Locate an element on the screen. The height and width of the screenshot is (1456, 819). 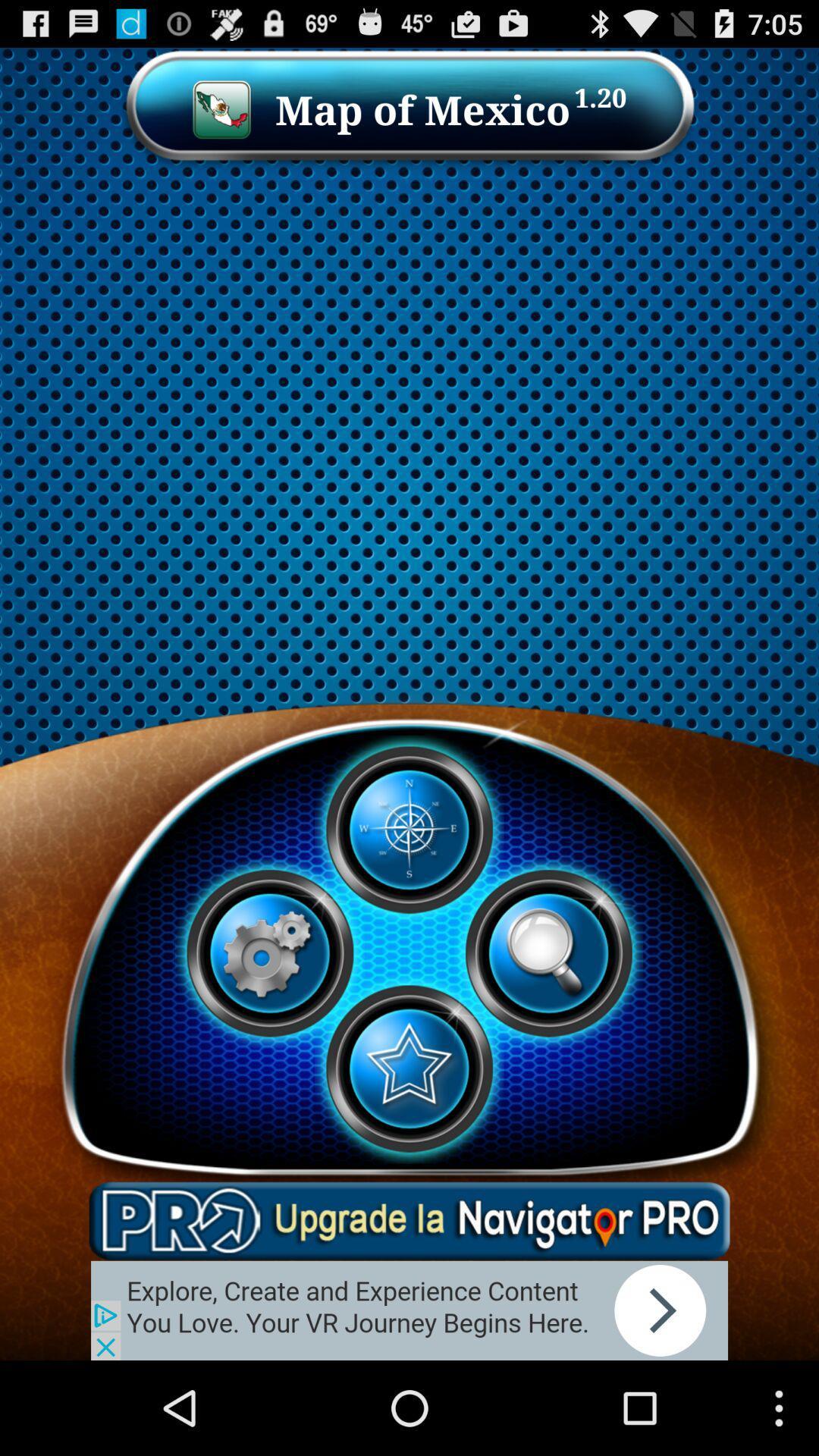
far add is located at coordinates (409, 1310).